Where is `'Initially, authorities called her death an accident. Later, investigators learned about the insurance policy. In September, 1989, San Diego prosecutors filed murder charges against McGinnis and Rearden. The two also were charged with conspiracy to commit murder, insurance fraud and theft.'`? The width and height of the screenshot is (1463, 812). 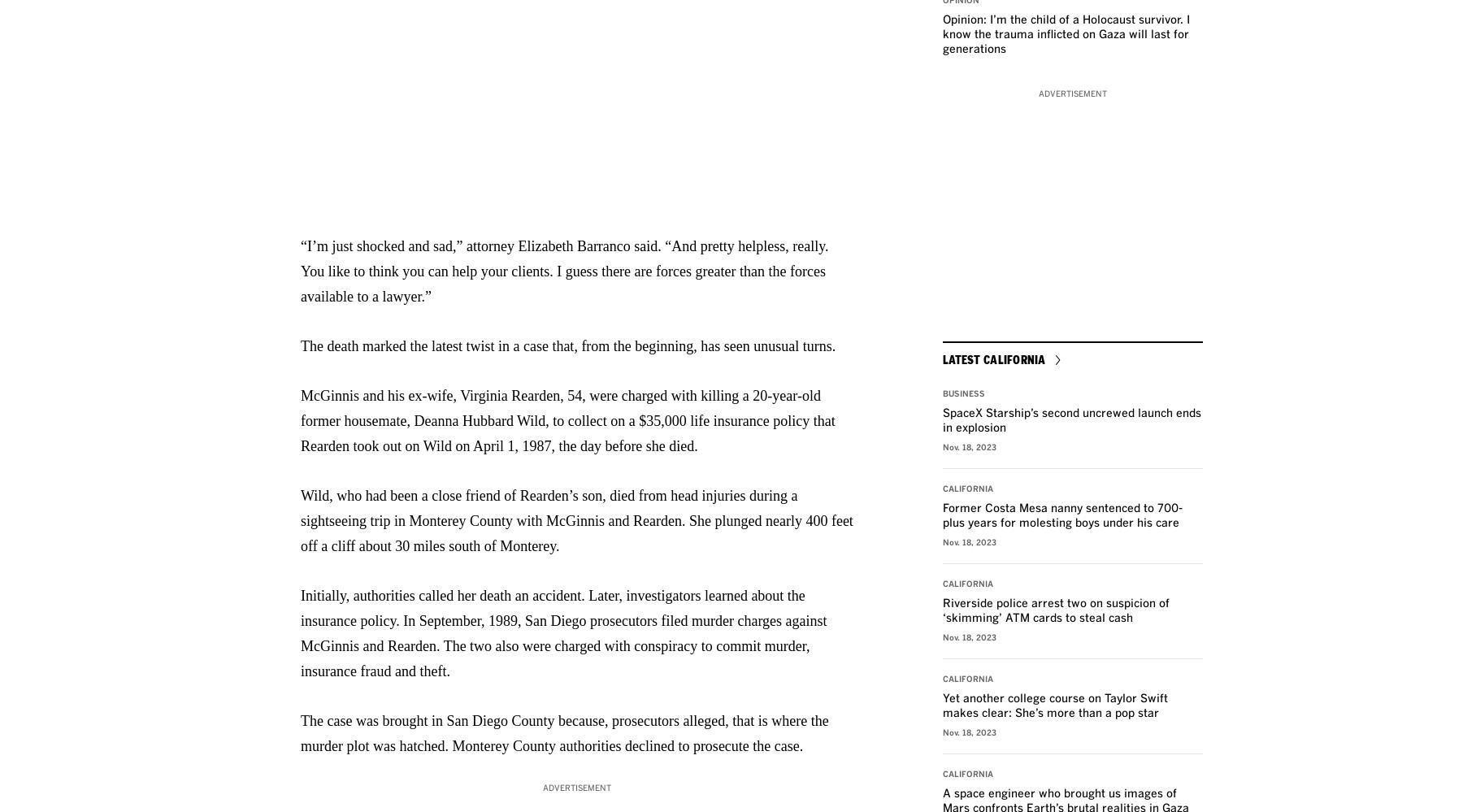 'Initially, authorities called her death an accident. Later, investigators learned about the insurance policy. In September, 1989, San Diego prosecutors filed murder charges against McGinnis and Rearden. The two also were charged with conspiracy to commit murder, insurance fraud and theft.' is located at coordinates (562, 633).